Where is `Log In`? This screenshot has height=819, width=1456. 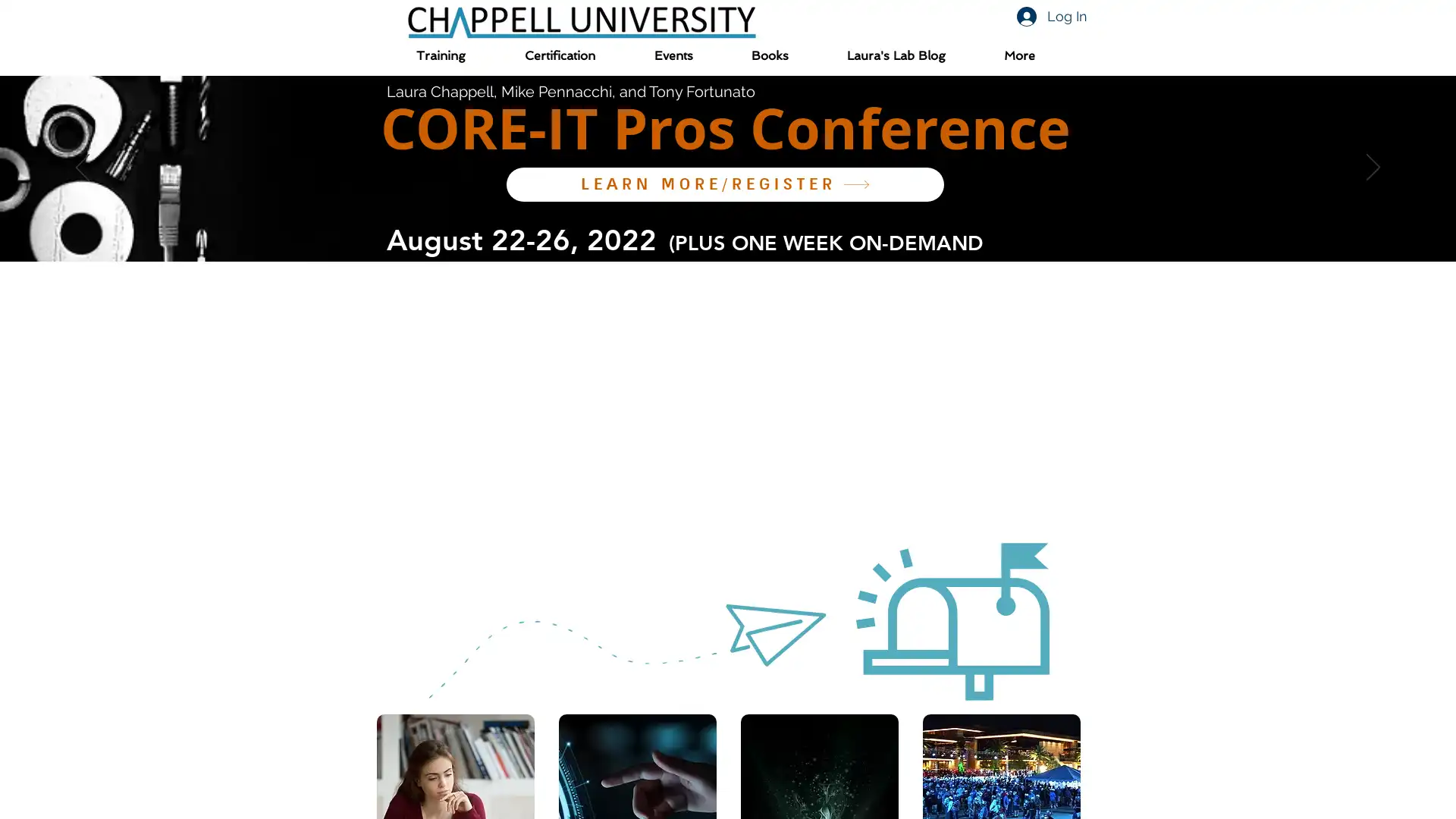 Log In is located at coordinates (1051, 16).